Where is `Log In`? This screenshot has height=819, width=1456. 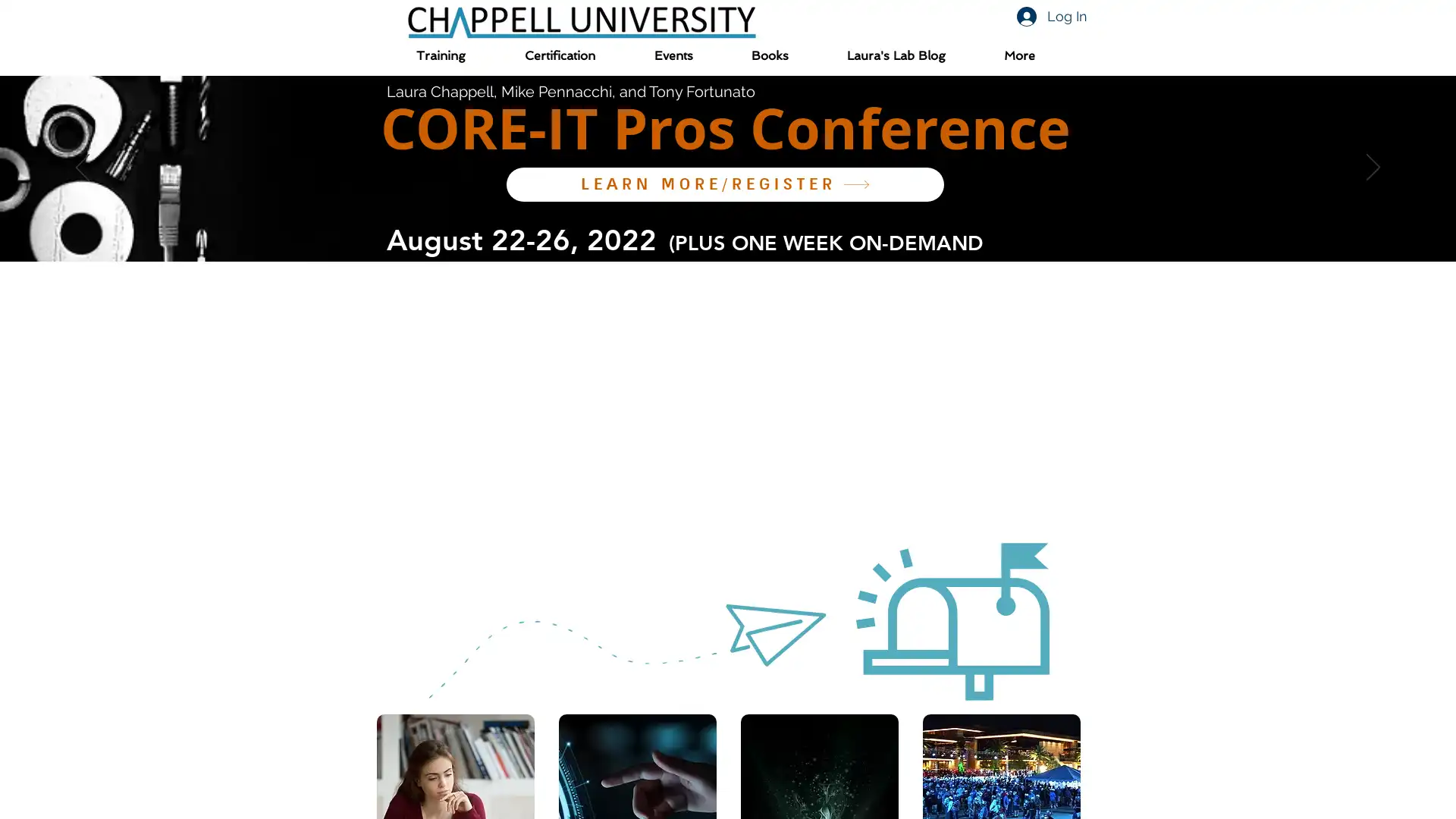 Log In is located at coordinates (1051, 16).